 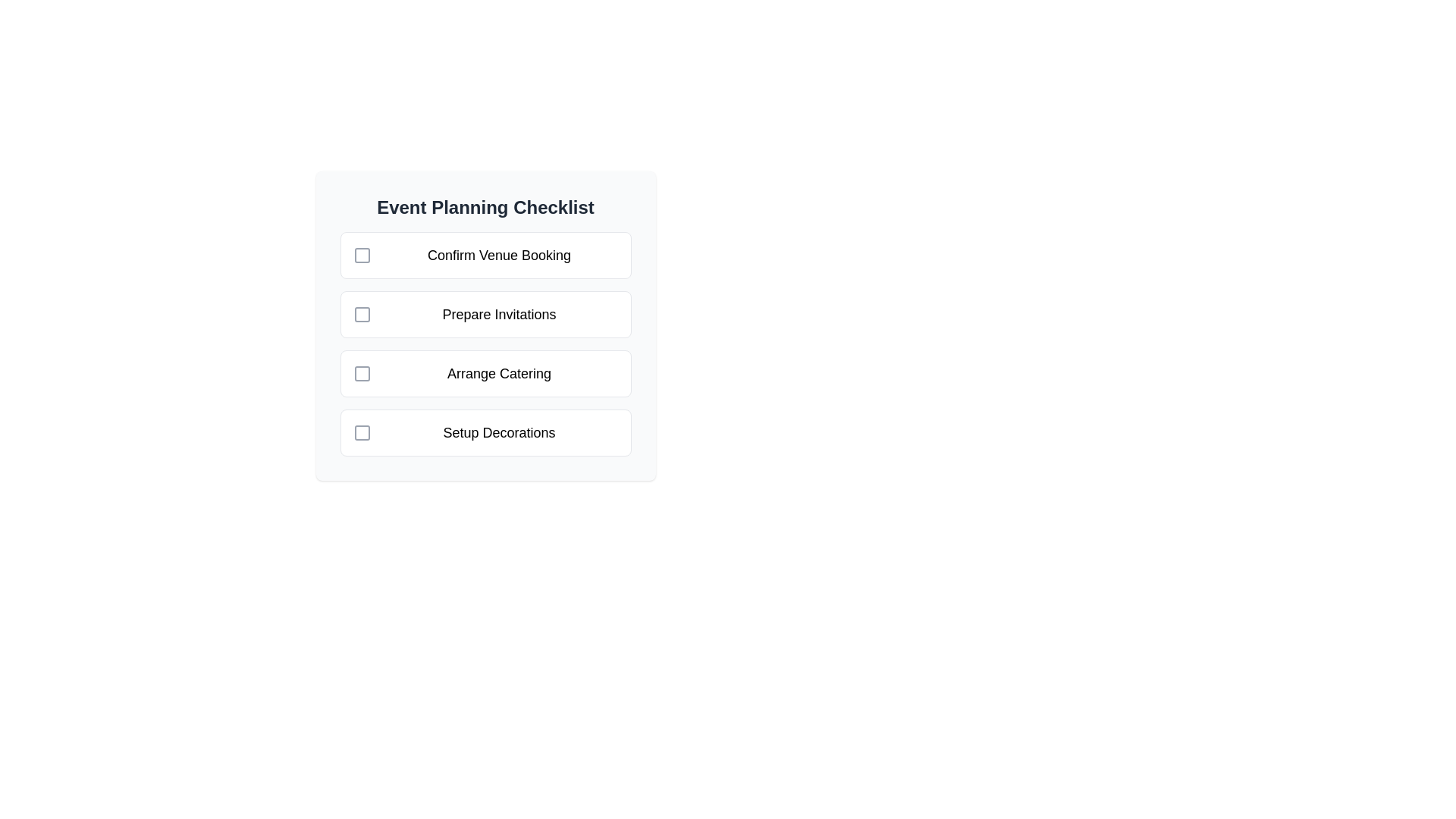 I want to click on the static text label for the first checklist item in the 'Event Planning Checklist', which is positioned below the checklist title, so click(x=499, y=254).